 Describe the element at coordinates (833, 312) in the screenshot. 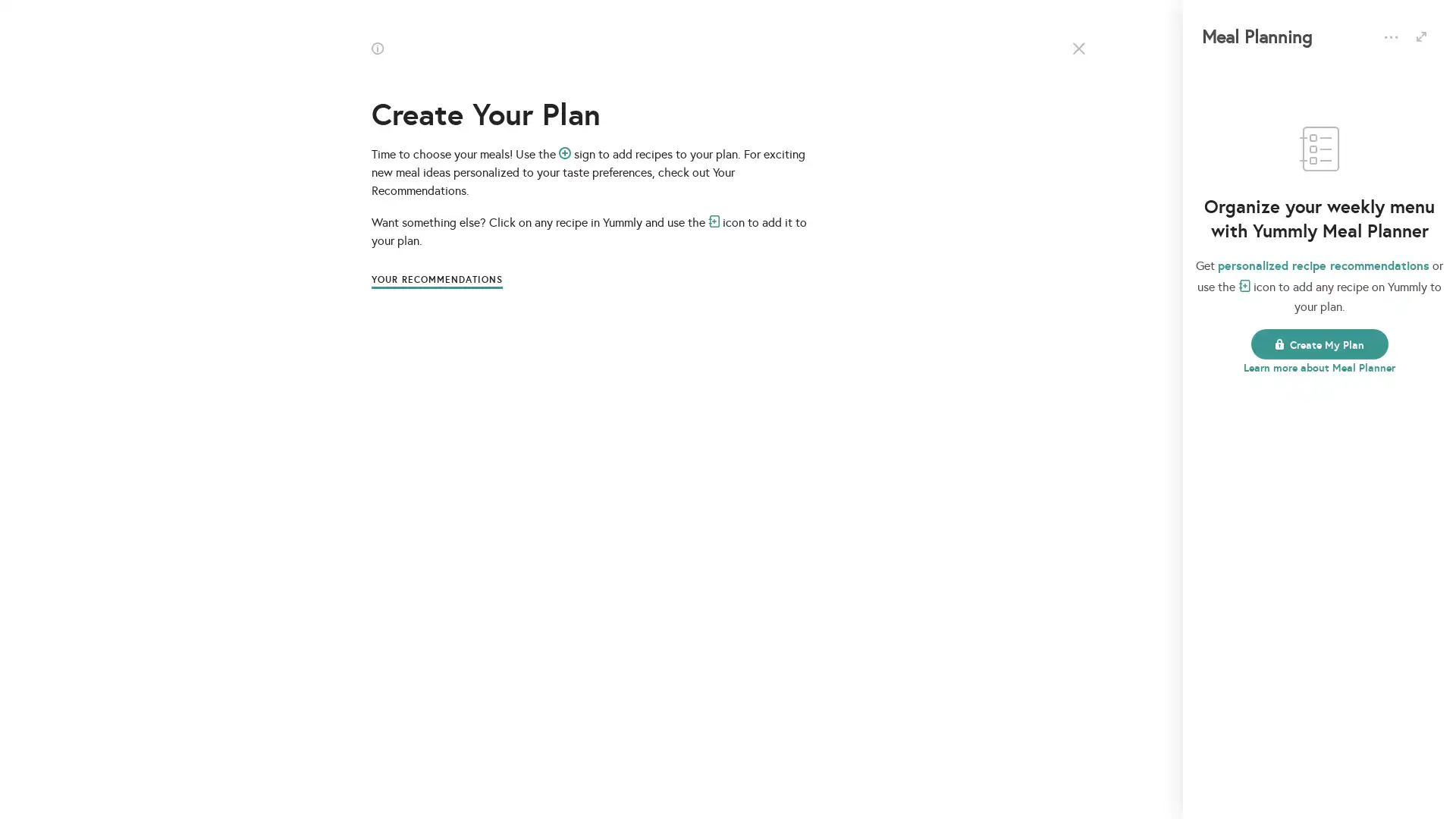

I see `Vegetarian` at that location.